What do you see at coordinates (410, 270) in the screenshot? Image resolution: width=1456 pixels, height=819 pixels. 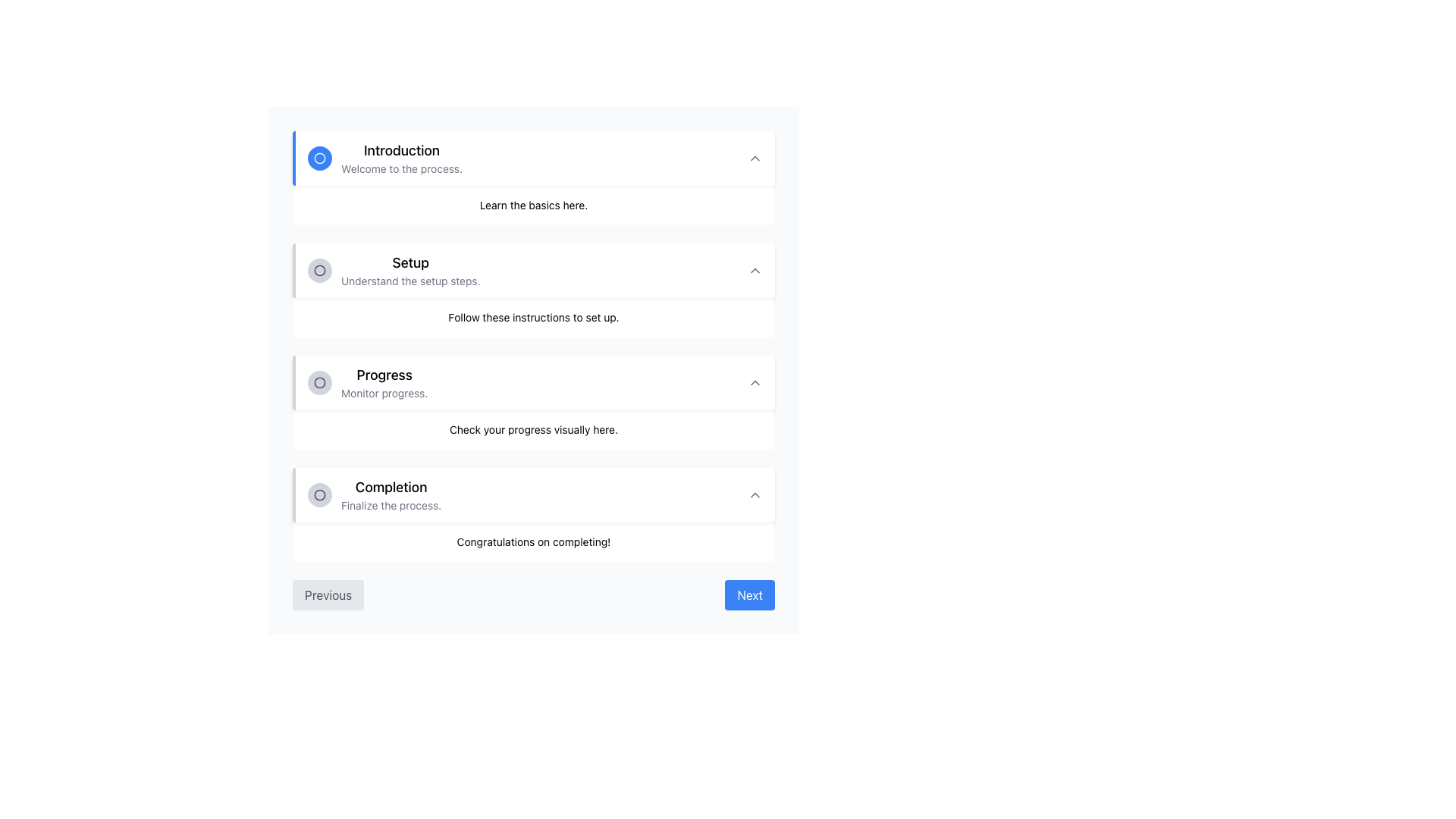 I see `description of the 'Setup' step located in the second row of the vertical list, positioned between 'Introduction' and 'Progress'` at bounding box center [410, 270].